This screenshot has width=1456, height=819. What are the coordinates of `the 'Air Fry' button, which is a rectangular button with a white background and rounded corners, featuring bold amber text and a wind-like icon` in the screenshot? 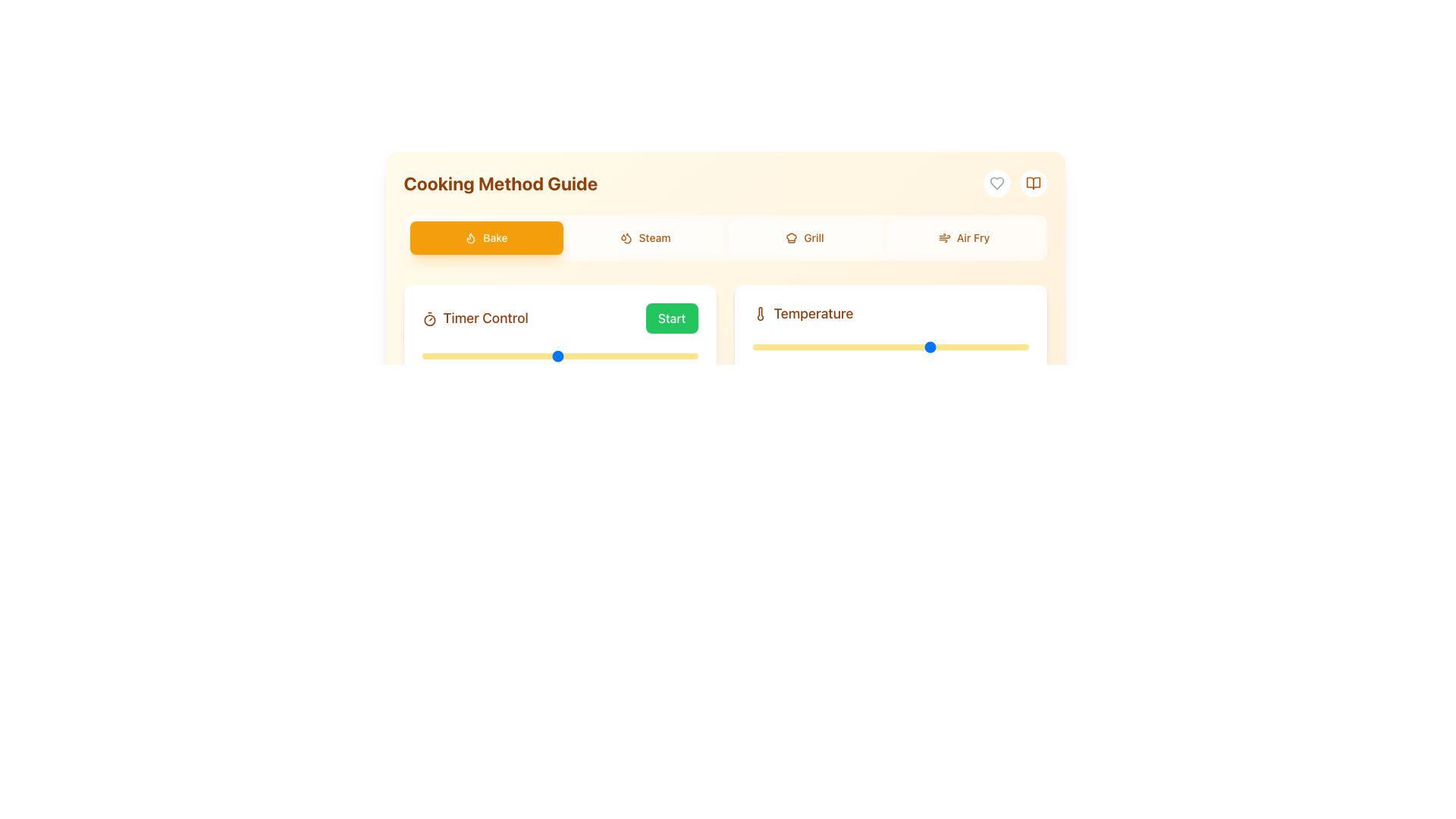 It's located at (963, 237).